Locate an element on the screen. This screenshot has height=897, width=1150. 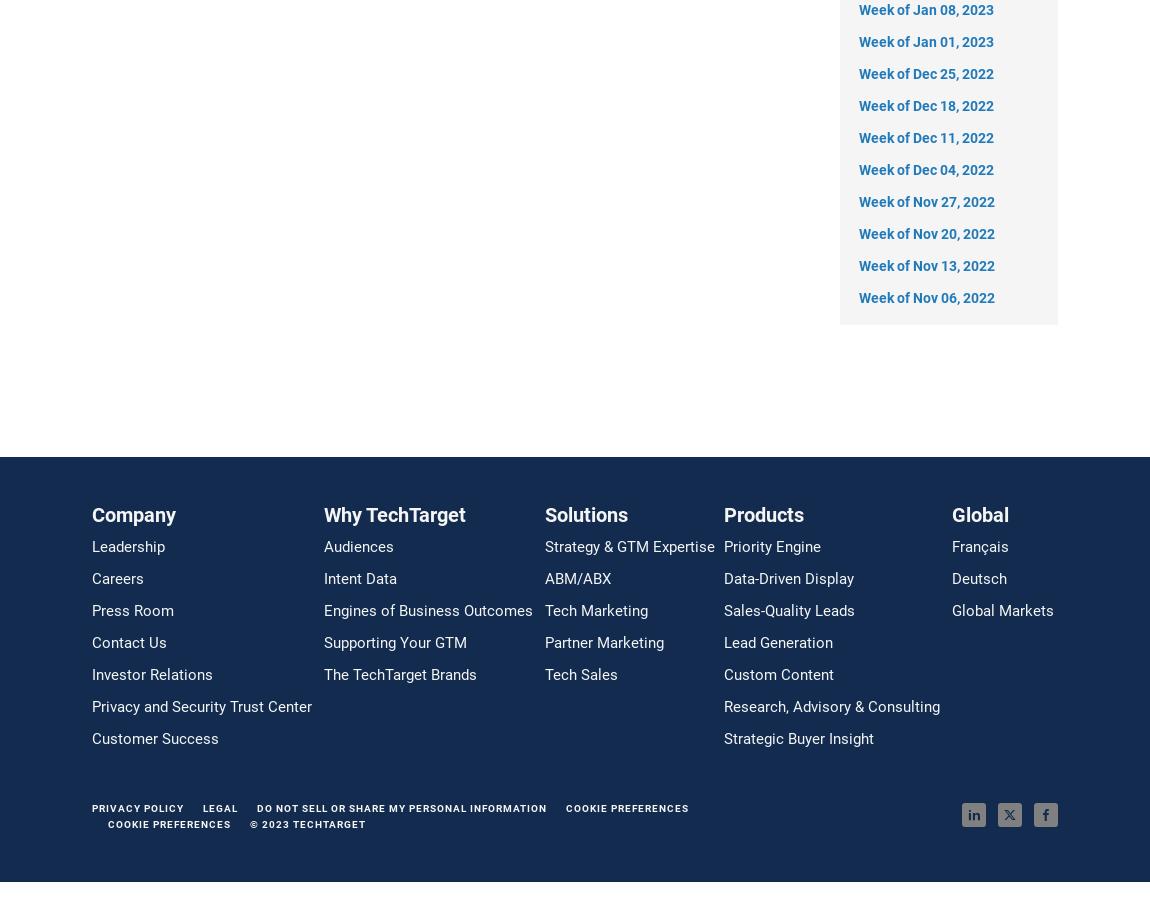
'© 2023 TECHTARGET' is located at coordinates (307, 824).